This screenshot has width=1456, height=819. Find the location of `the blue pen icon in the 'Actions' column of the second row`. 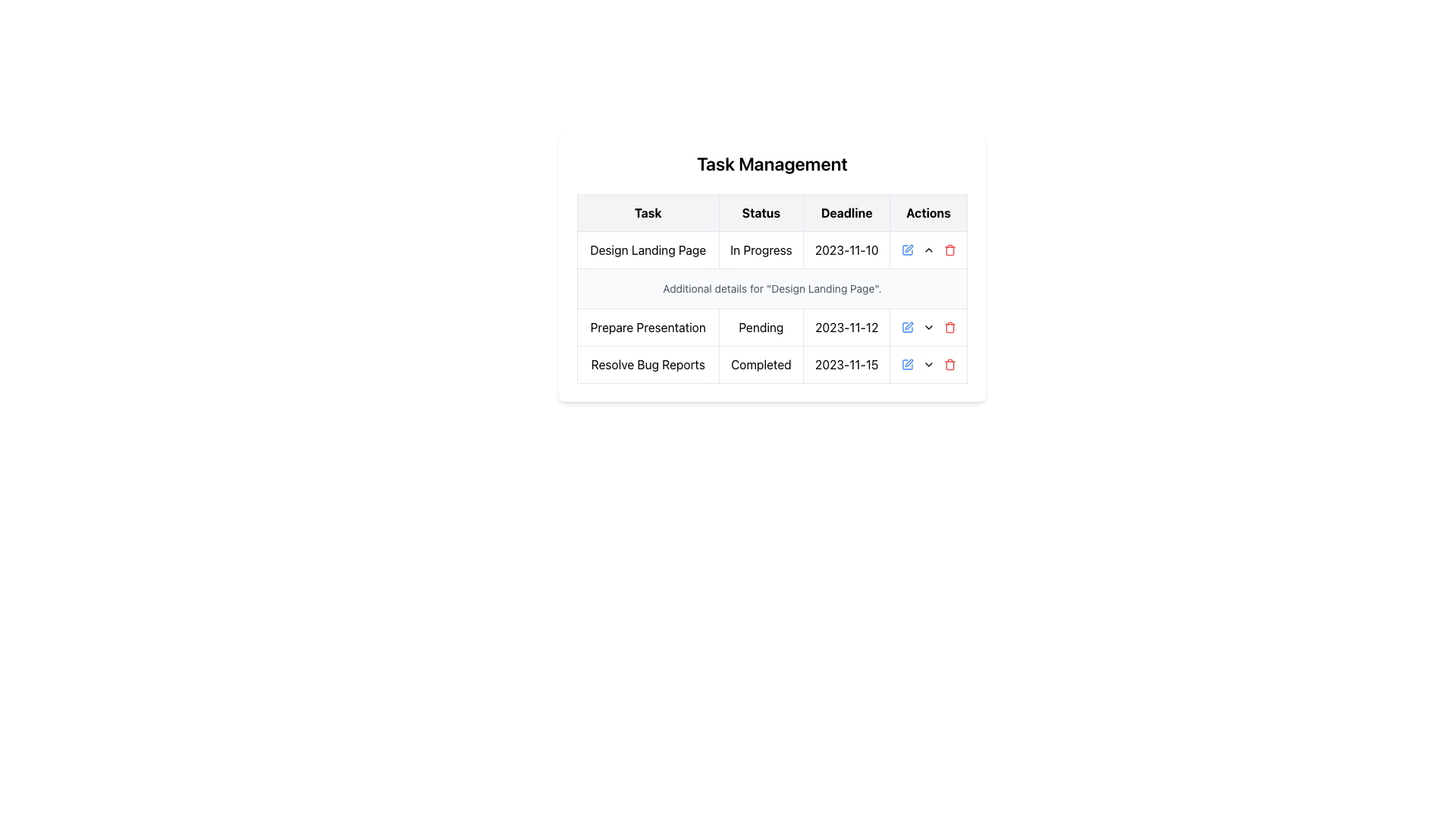

the blue pen icon in the 'Actions' column of the second row is located at coordinates (908, 325).